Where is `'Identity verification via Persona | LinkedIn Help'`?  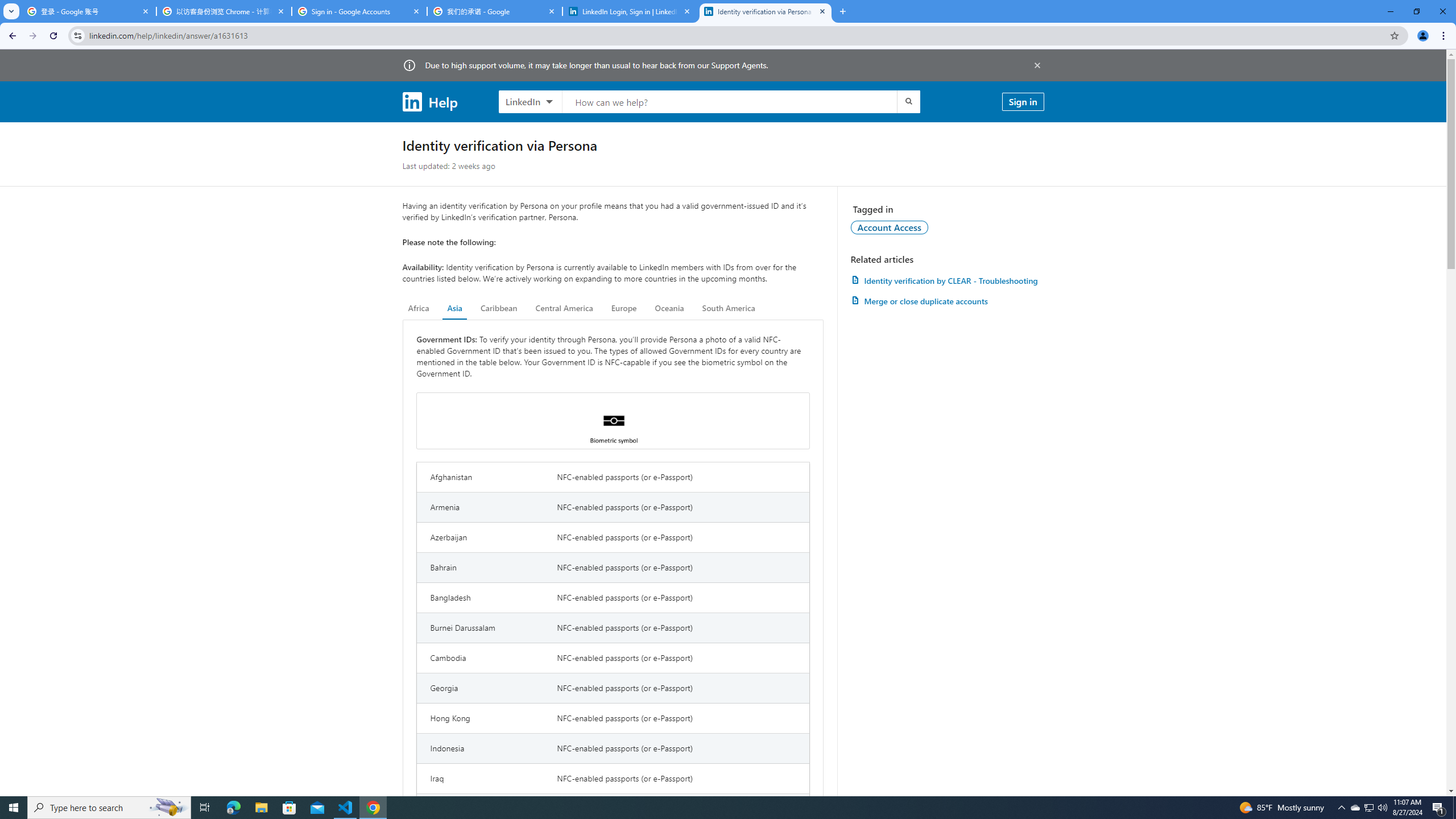 'Identity verification via Persona | LinkedIn Help' is located at coordinates (765, 11).